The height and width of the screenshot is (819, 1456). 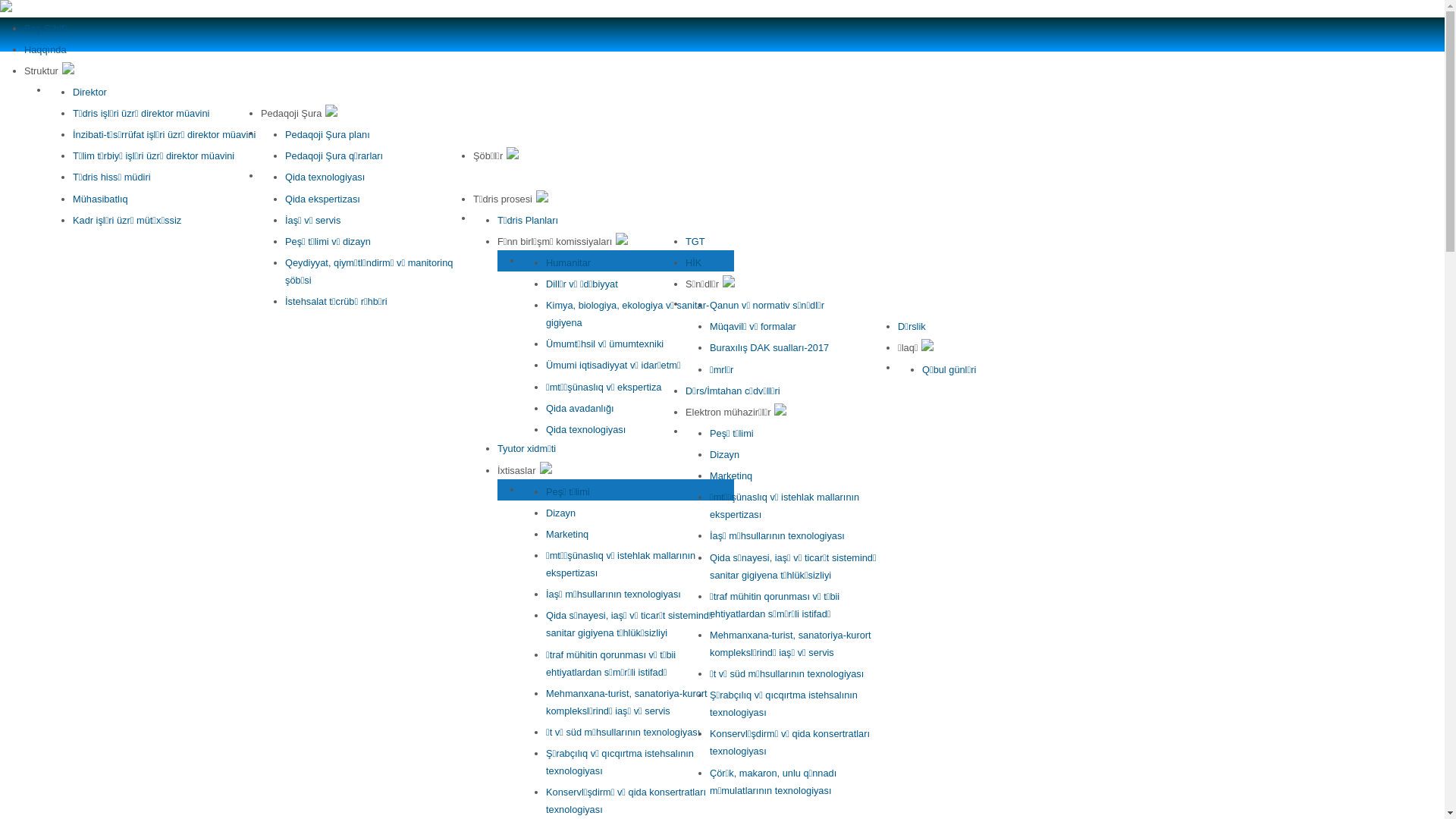 I want to click on 'Marketinq', so click(x=566, y=533).